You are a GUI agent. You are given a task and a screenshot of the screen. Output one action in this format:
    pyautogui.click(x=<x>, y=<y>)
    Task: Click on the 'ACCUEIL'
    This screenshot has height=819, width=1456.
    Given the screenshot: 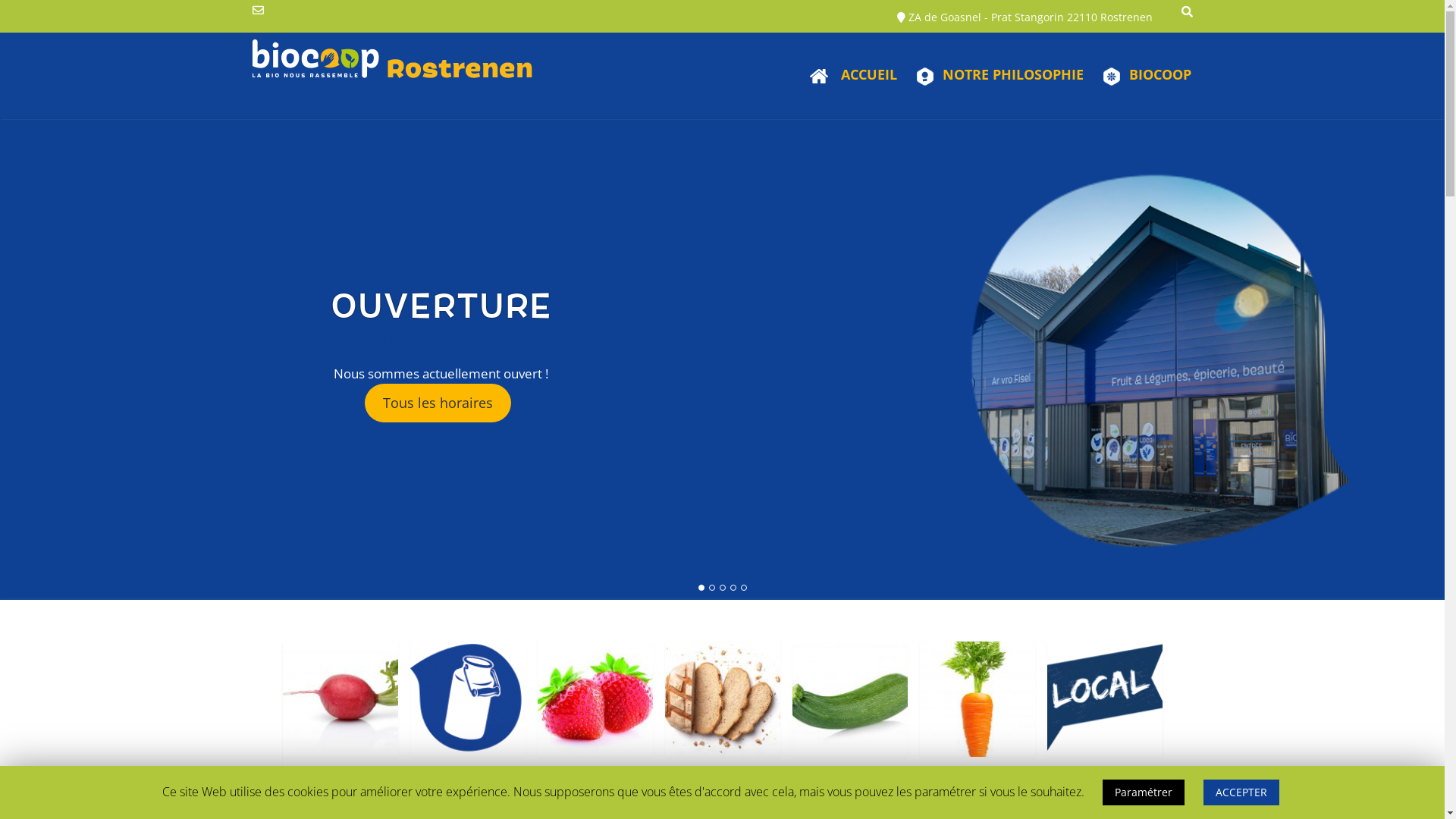 What is the action you would take?
    pyautogui.click(x=790, y=75)
    